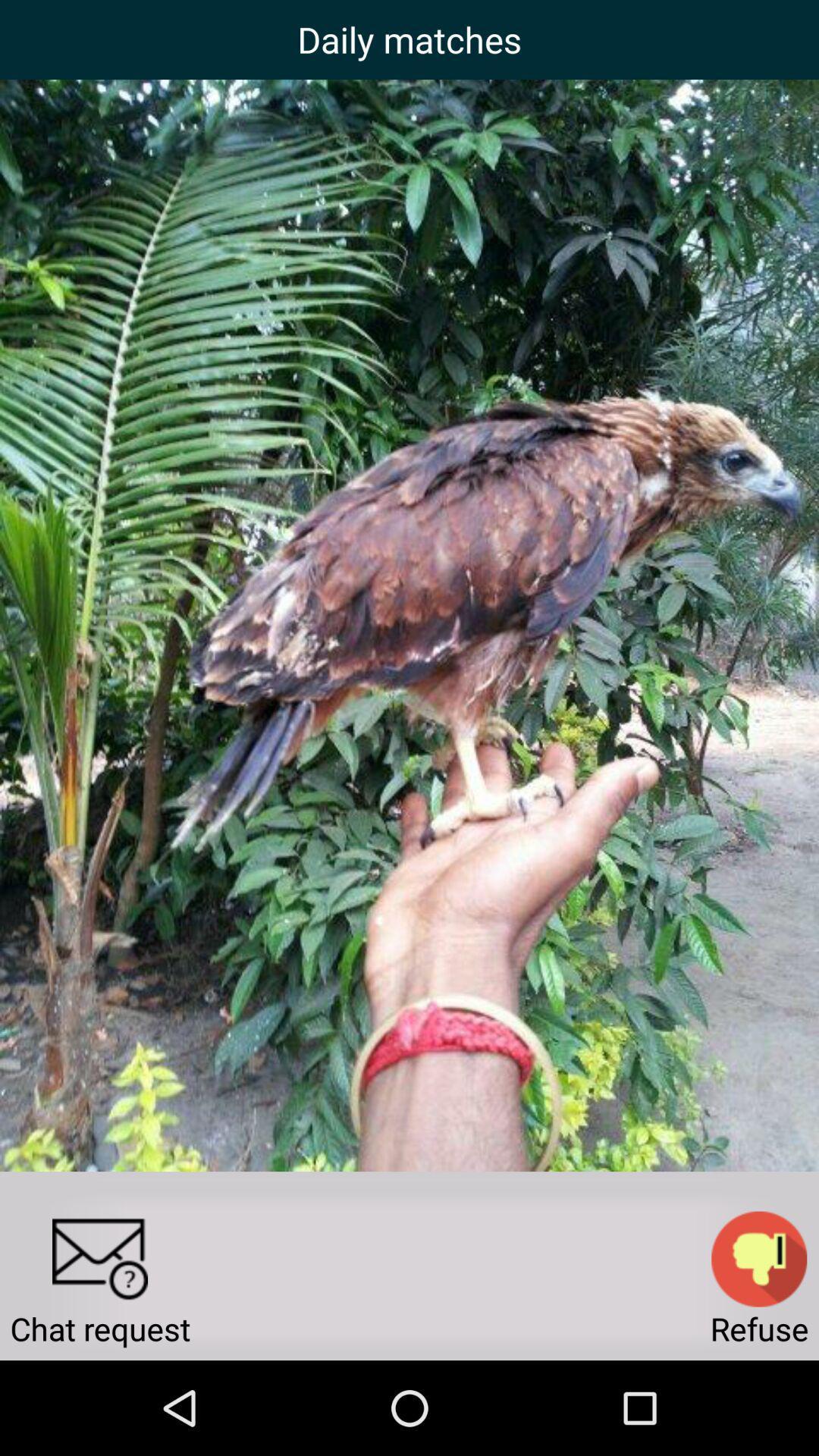  What do you see at coordinates (759, 1259) in the screenshot?
I see `remove current match` at bounding box center [759, 1259].